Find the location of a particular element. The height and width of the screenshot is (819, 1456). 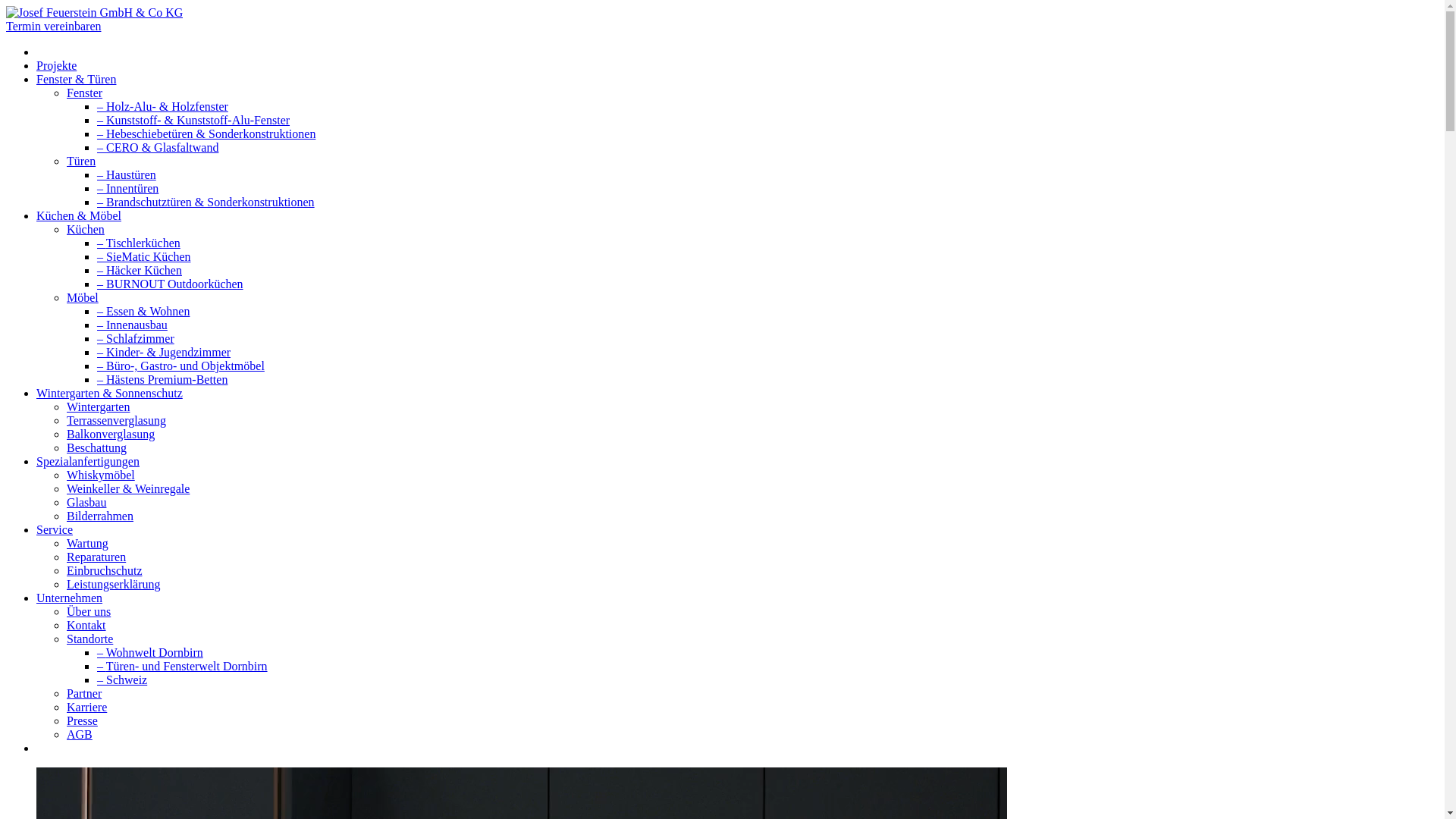

'Projekte' is located at coordinates (56, 64).